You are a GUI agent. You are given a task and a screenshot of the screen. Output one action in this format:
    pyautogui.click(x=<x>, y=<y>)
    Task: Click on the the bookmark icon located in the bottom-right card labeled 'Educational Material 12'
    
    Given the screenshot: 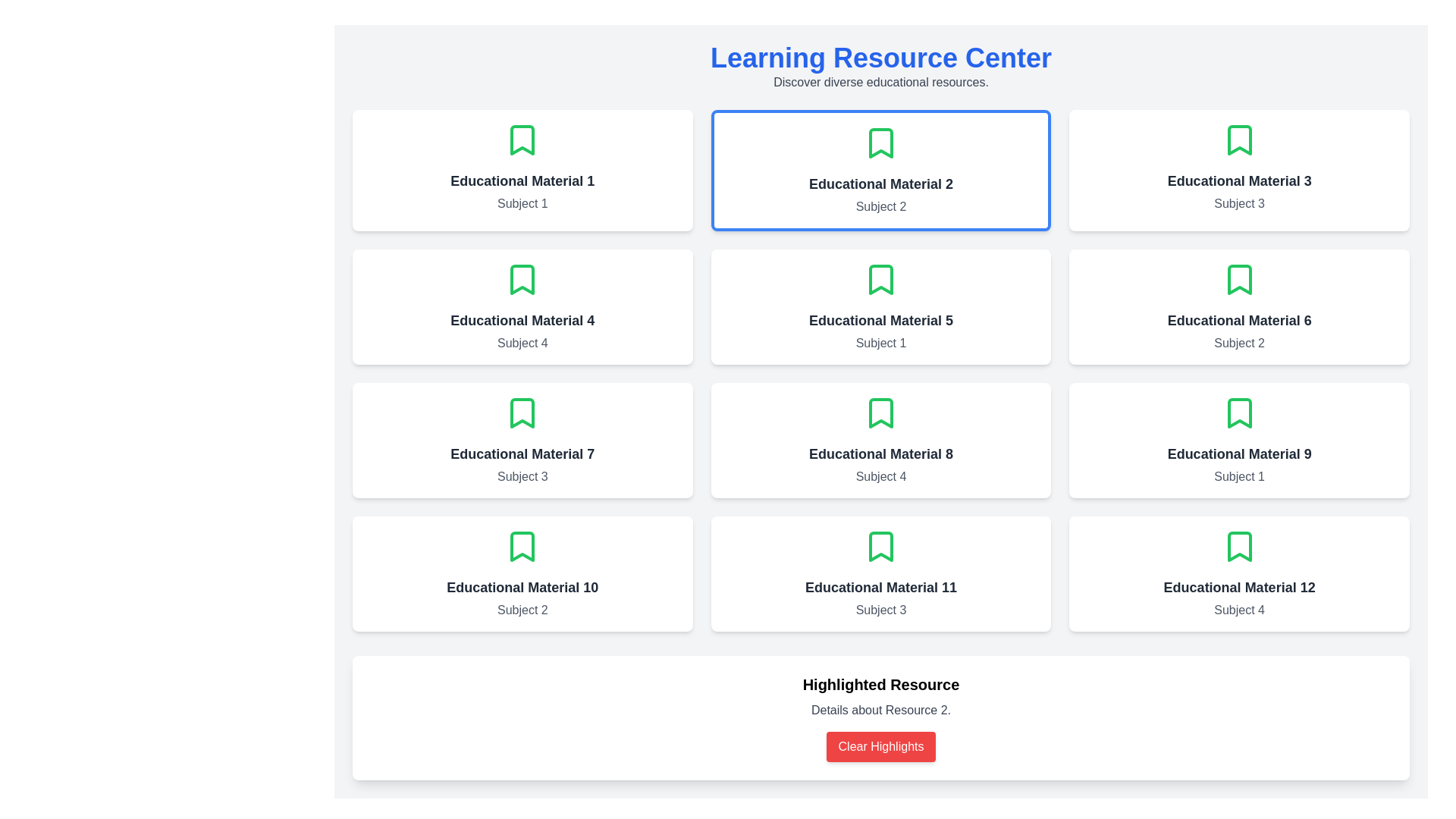 What is the action you would take?
    pyautogui.click(x=1238, y=547)
    